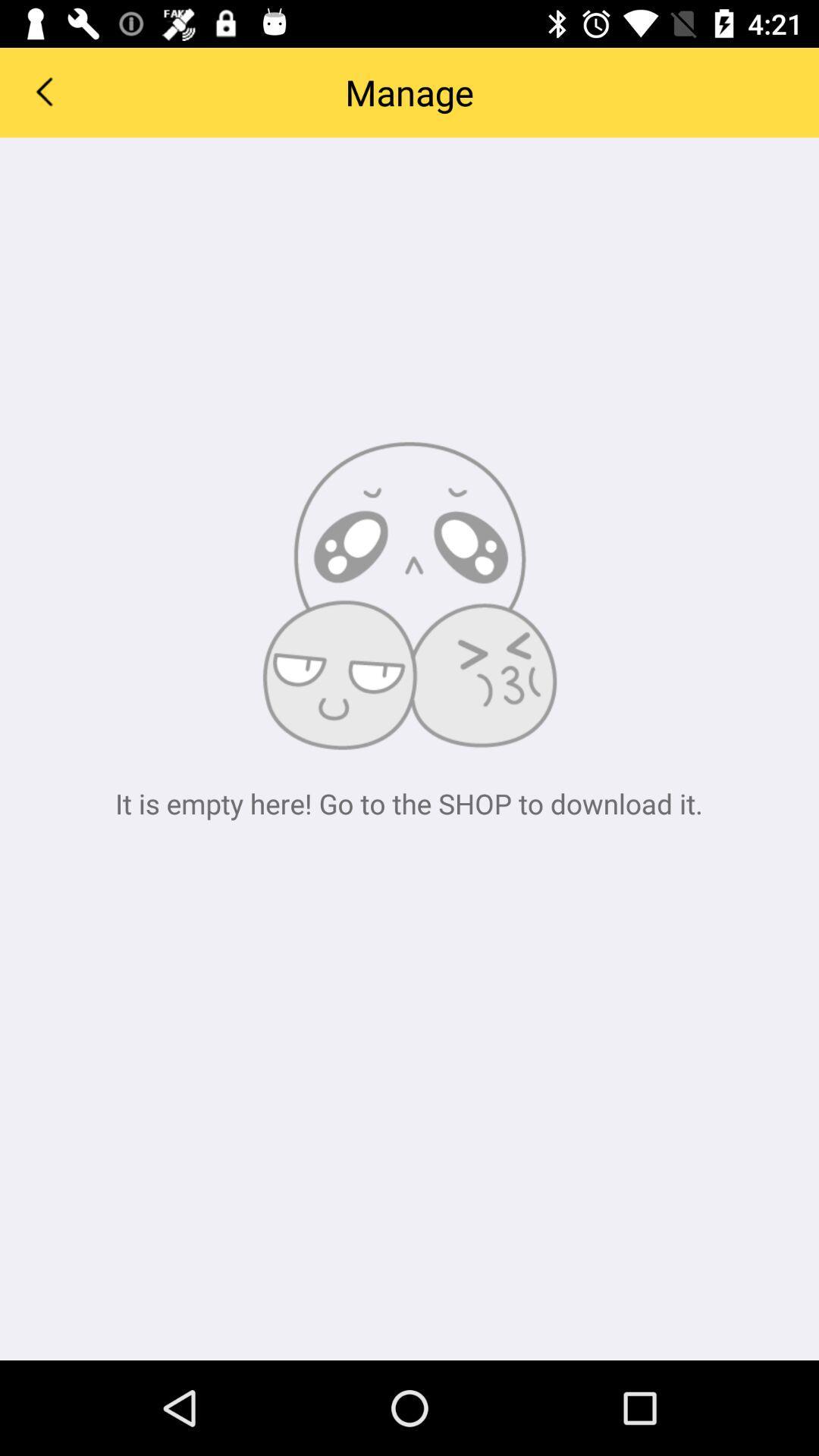 The image size is (819, 1456). Describe the element at coordinates (42, 90) in the screenshot. I see `the icon at the top left corner` at that location.